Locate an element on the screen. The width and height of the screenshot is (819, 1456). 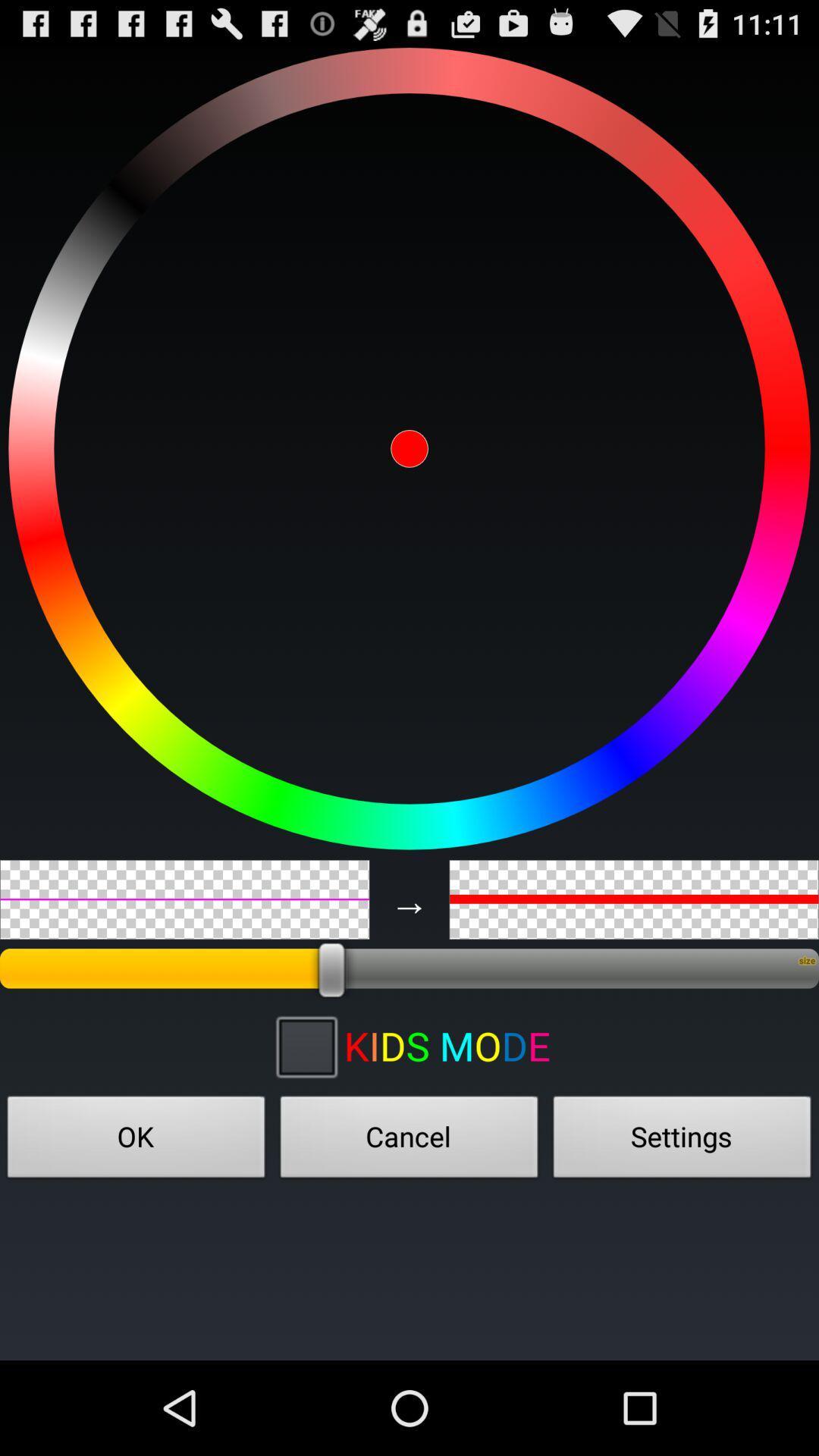
item below the kids mode is located at coordinates (681, 1141).